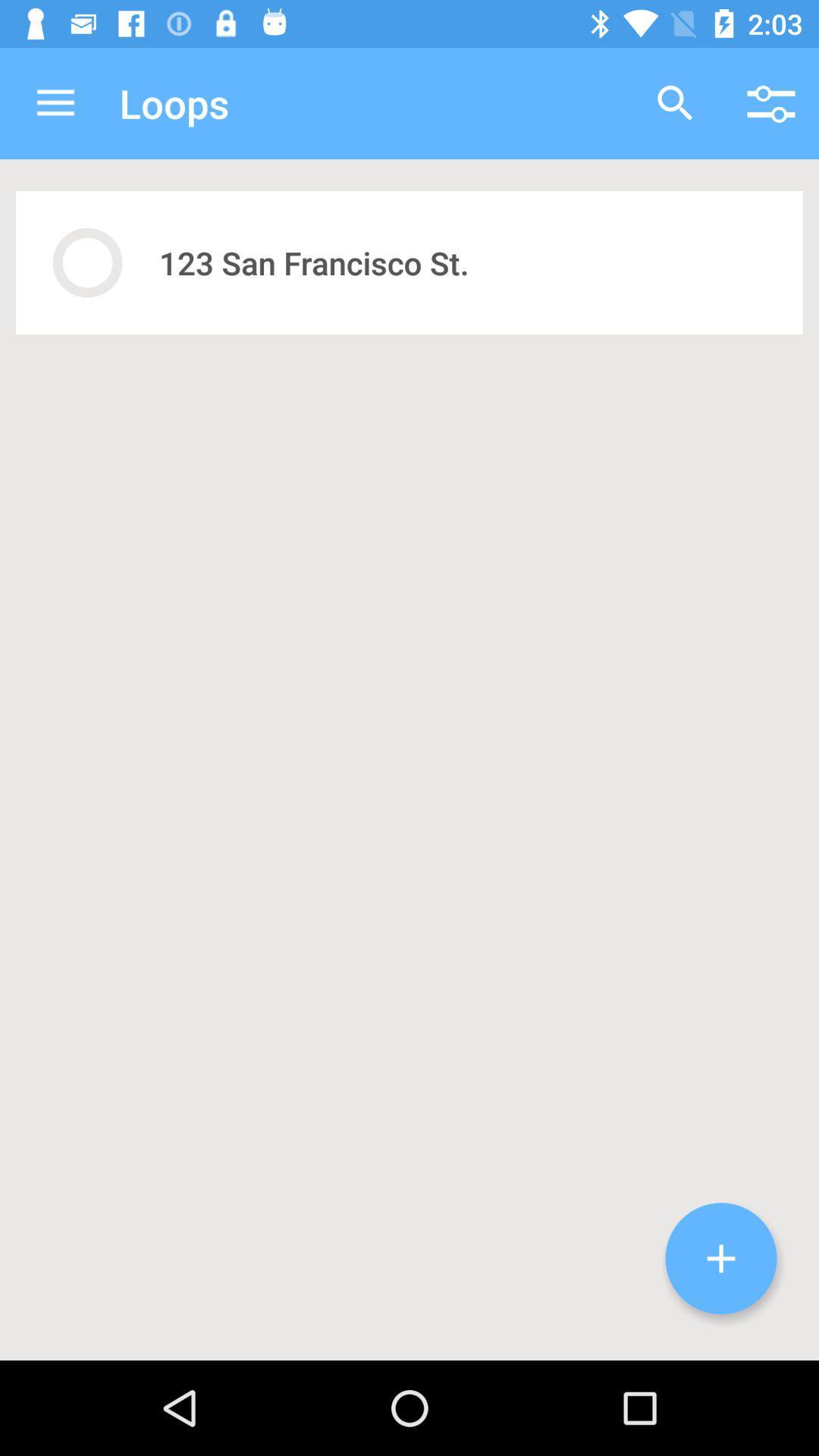 The height and width of the screenshot is (1456, 819). What do you see at coordinates (720, 1258) in the screenshot?
I see `the add icon` at bounding box center [720, 1258].